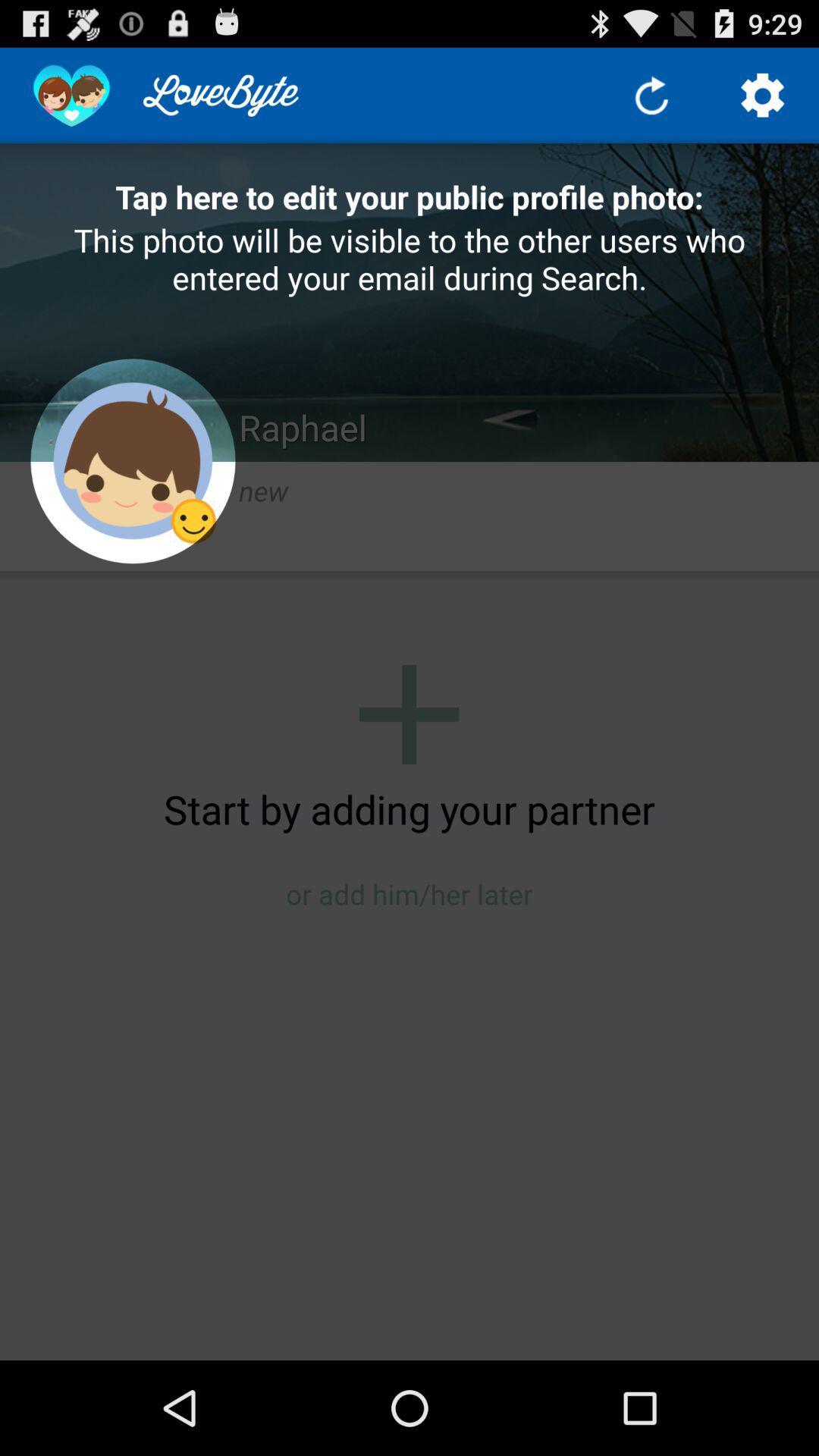  Describe the element at coordinates (408, 714) in the screenshot. I see `partner` at that location.